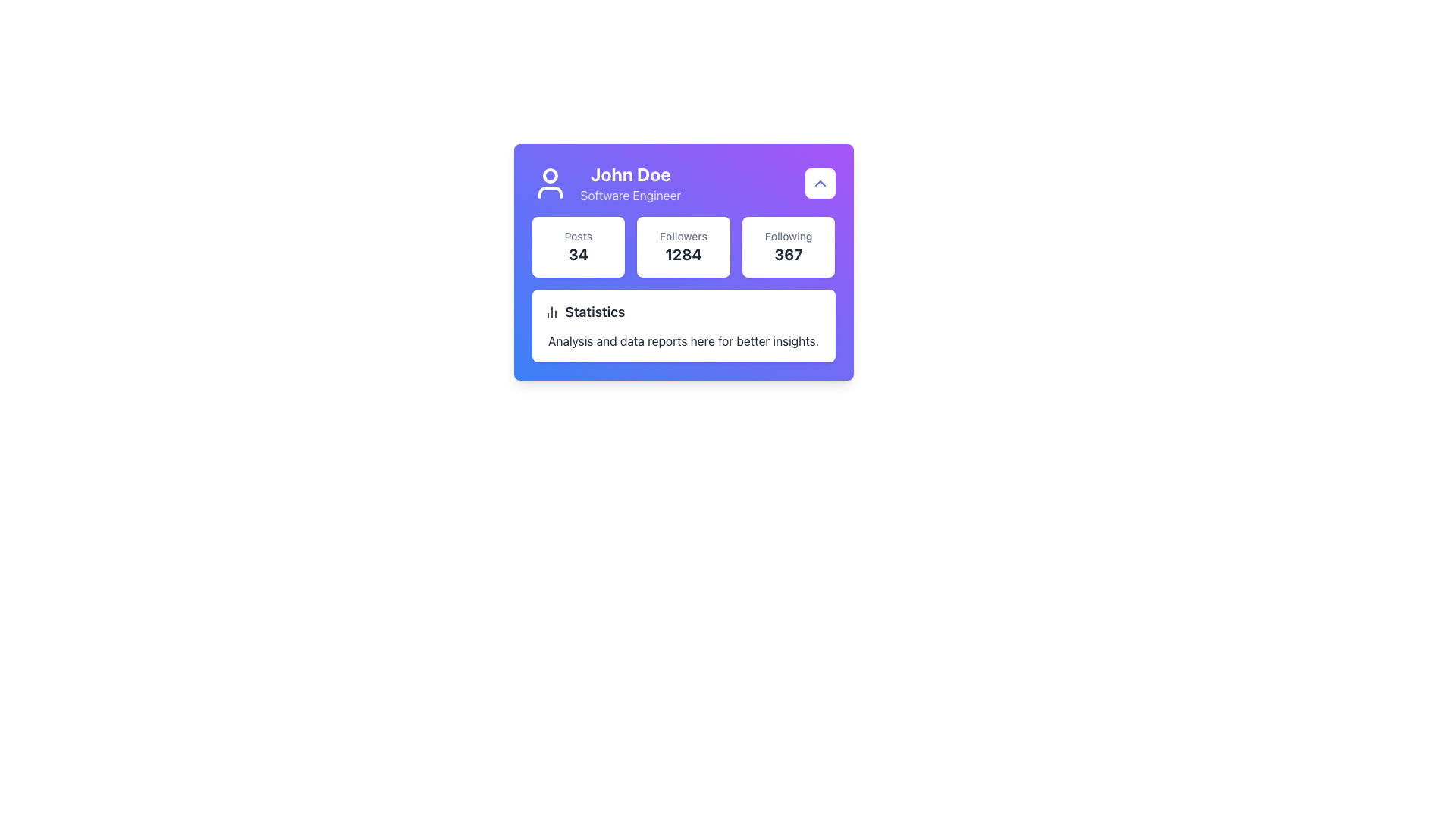 The height and width of the screenshot is (819, 1456). Describe the element at coordinates (789, 253) in the screenshot. I see `number displayed in the text that represents the number of accounts the user is following, located in the top-right section of the UI card, below the word 'Following'` at that location.